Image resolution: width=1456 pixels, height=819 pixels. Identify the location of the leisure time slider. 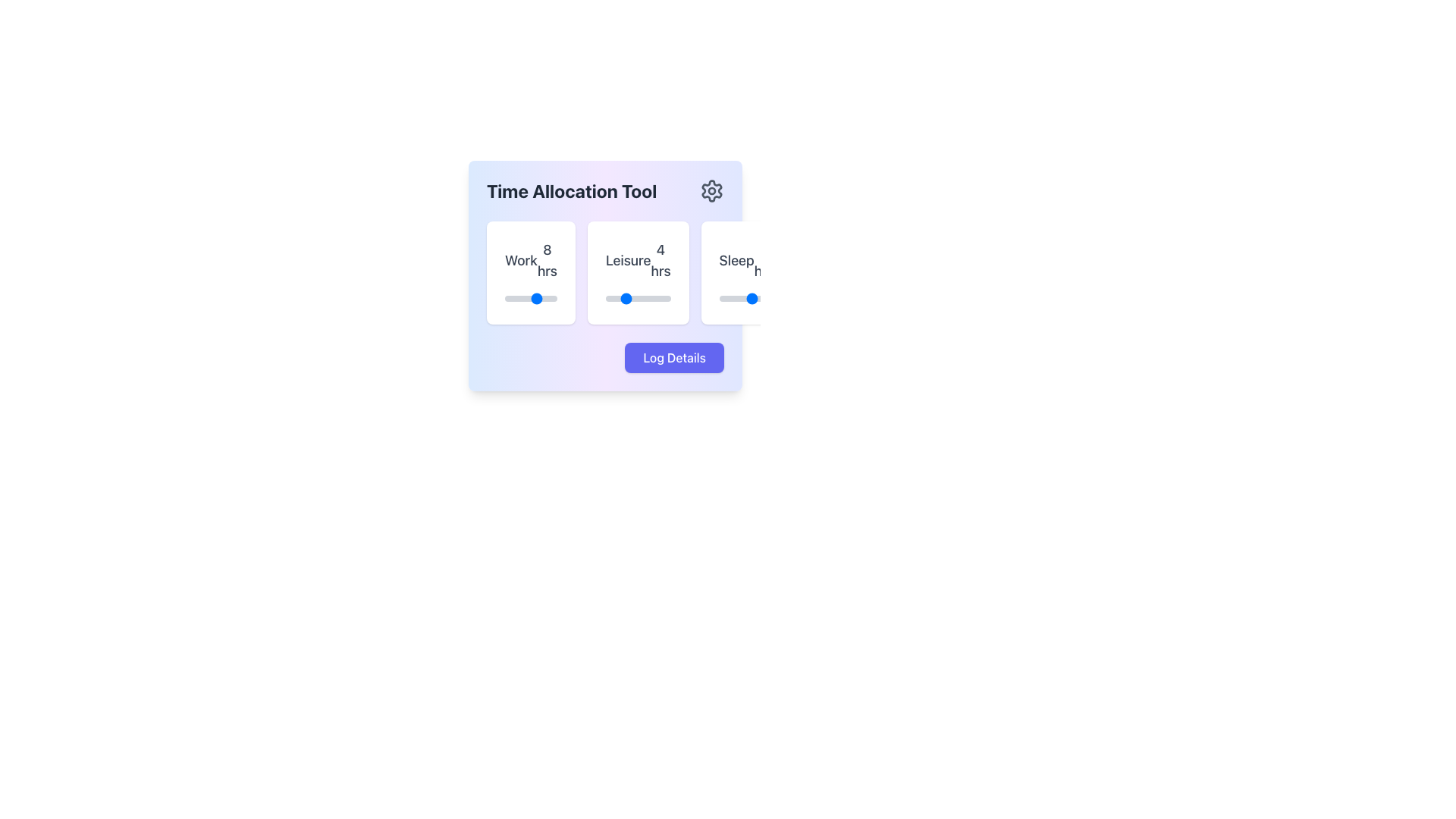
(647, 298).